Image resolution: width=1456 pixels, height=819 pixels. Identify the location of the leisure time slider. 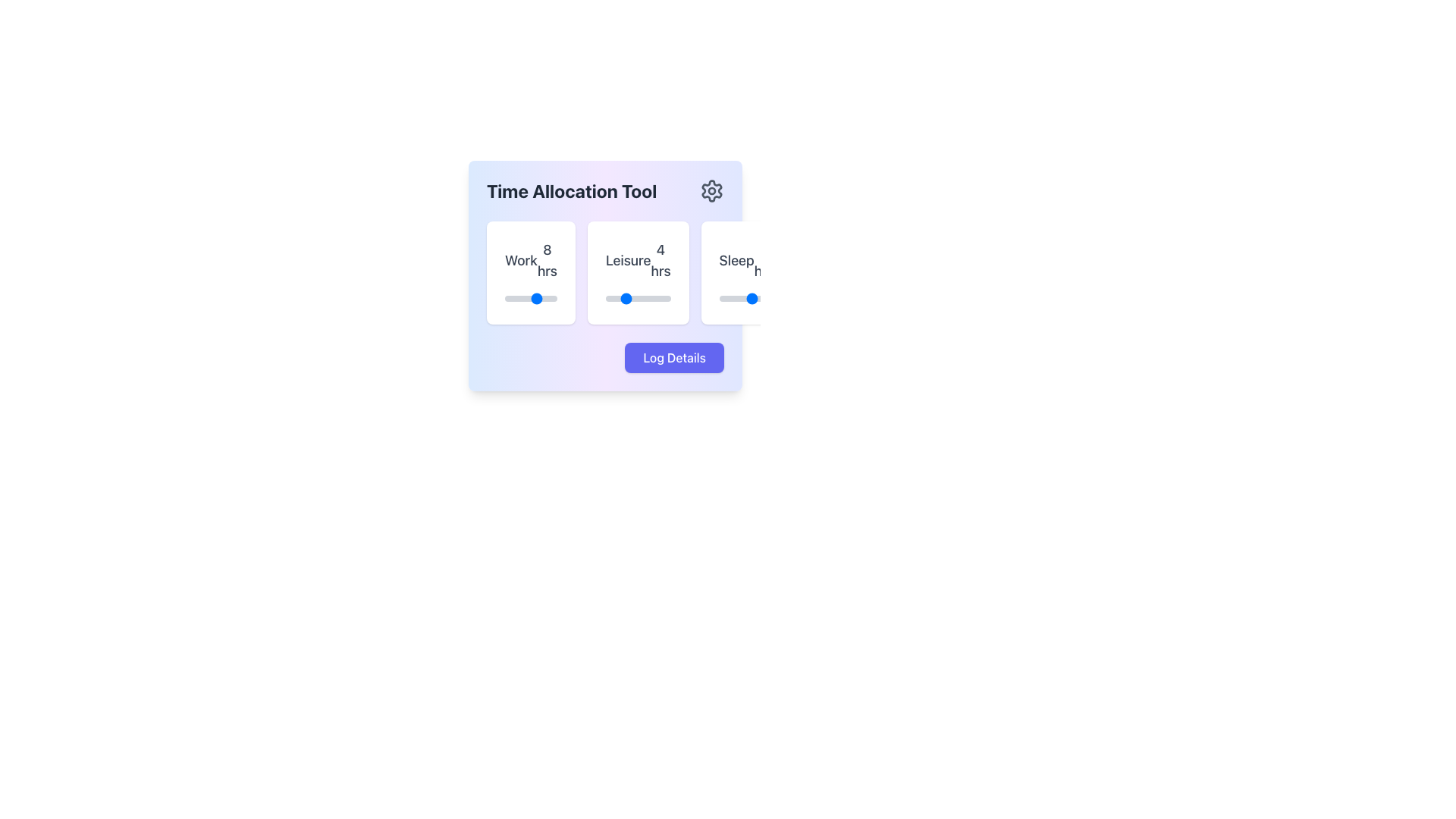
(647, 298).